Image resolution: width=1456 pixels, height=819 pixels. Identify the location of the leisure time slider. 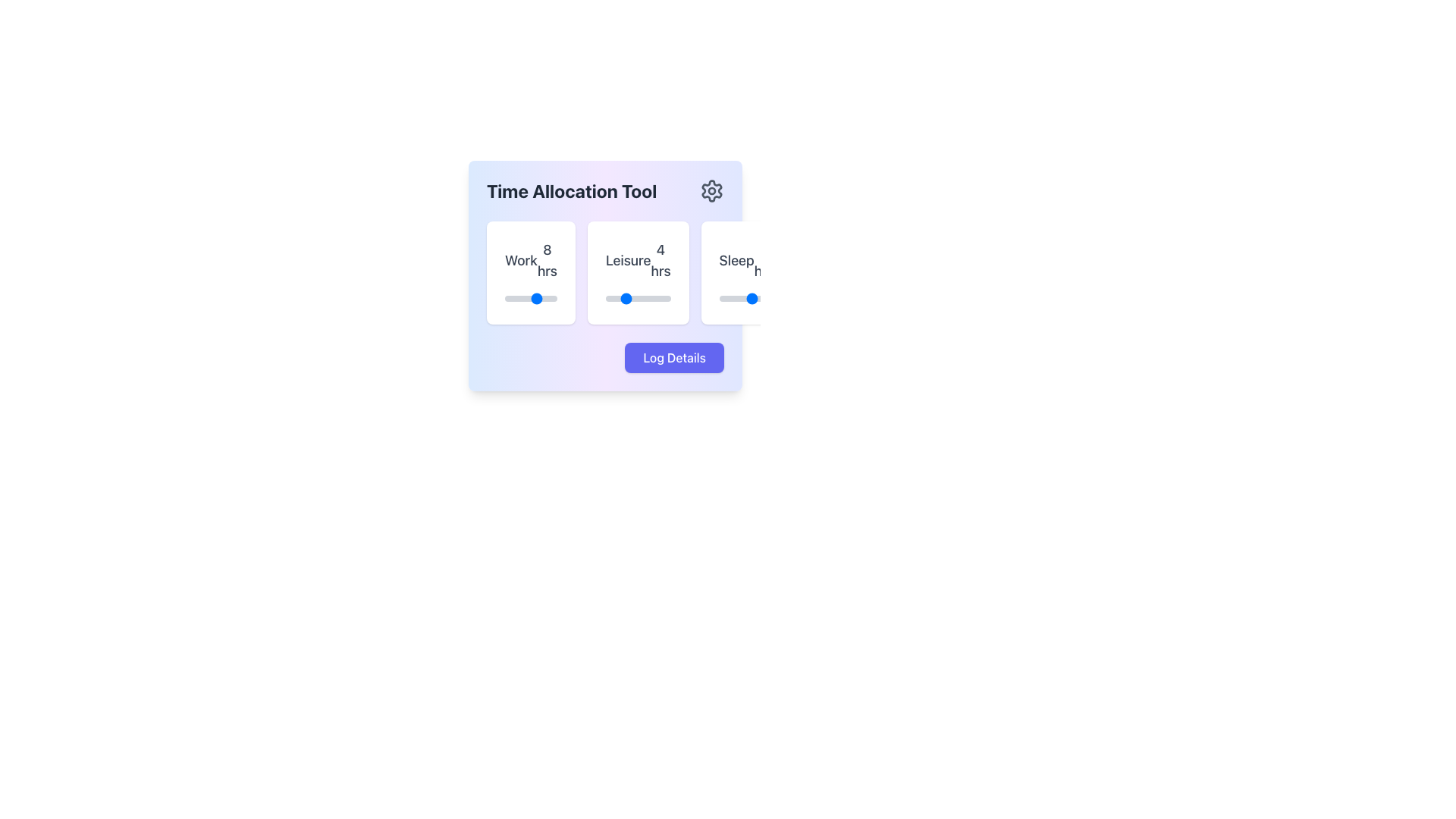
(647, 298).